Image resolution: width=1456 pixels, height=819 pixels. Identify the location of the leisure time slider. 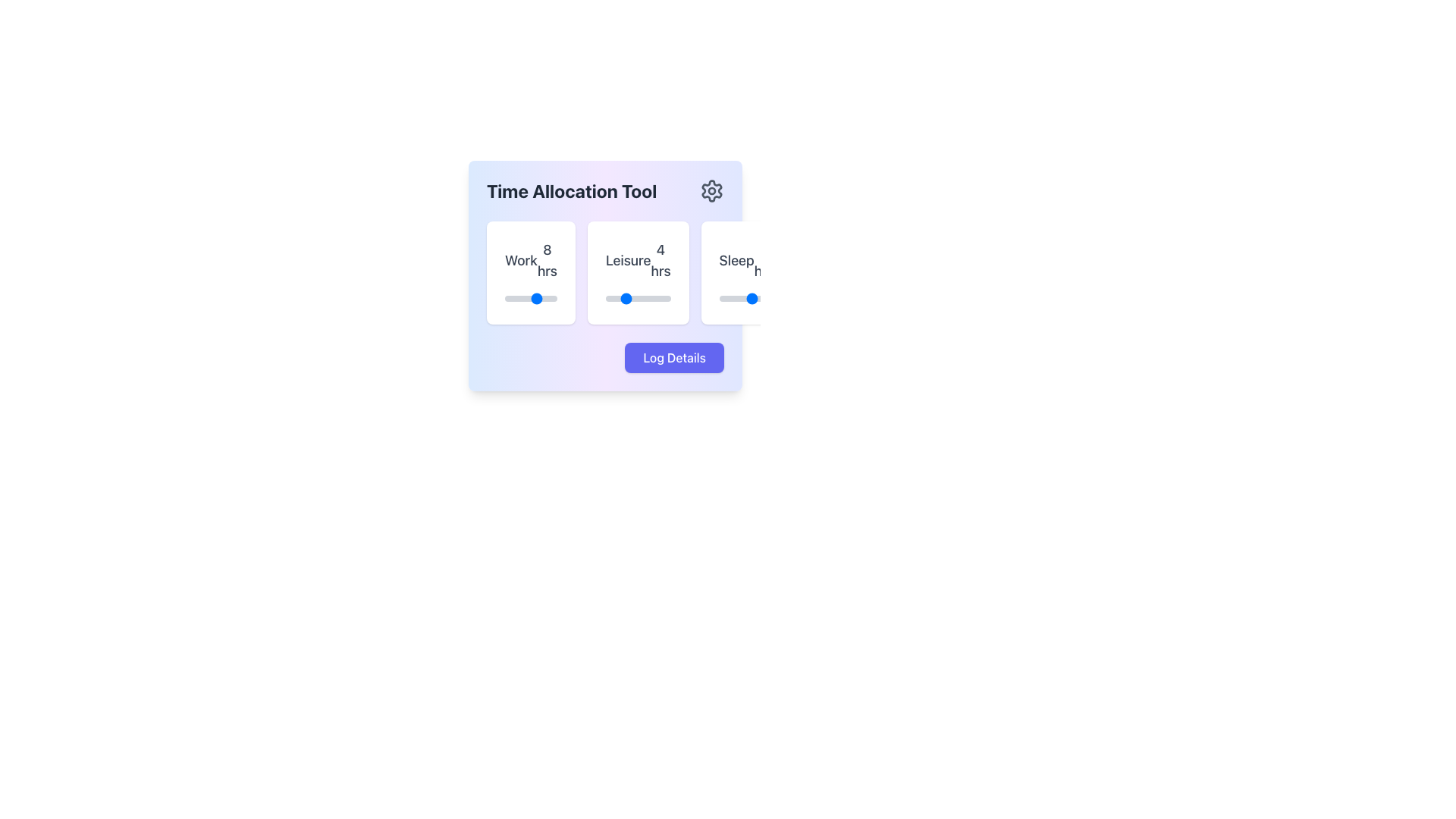
(647, 298).